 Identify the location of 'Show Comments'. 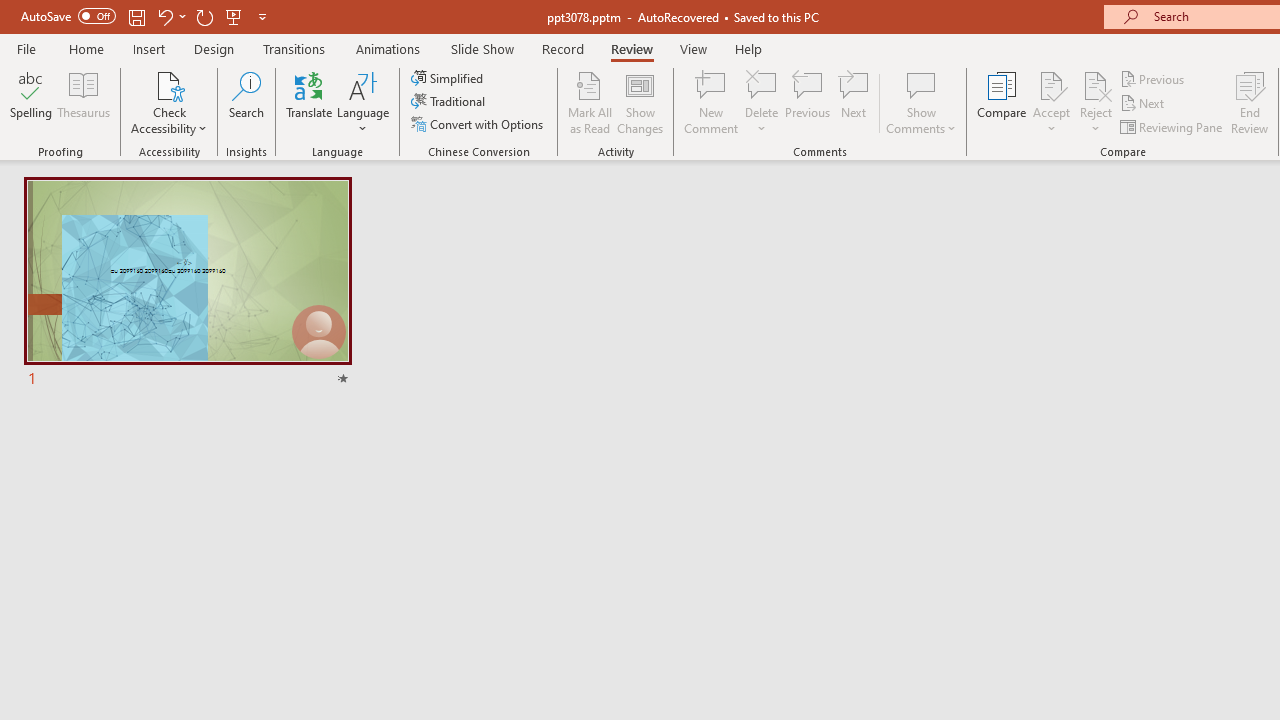
(920, 103).